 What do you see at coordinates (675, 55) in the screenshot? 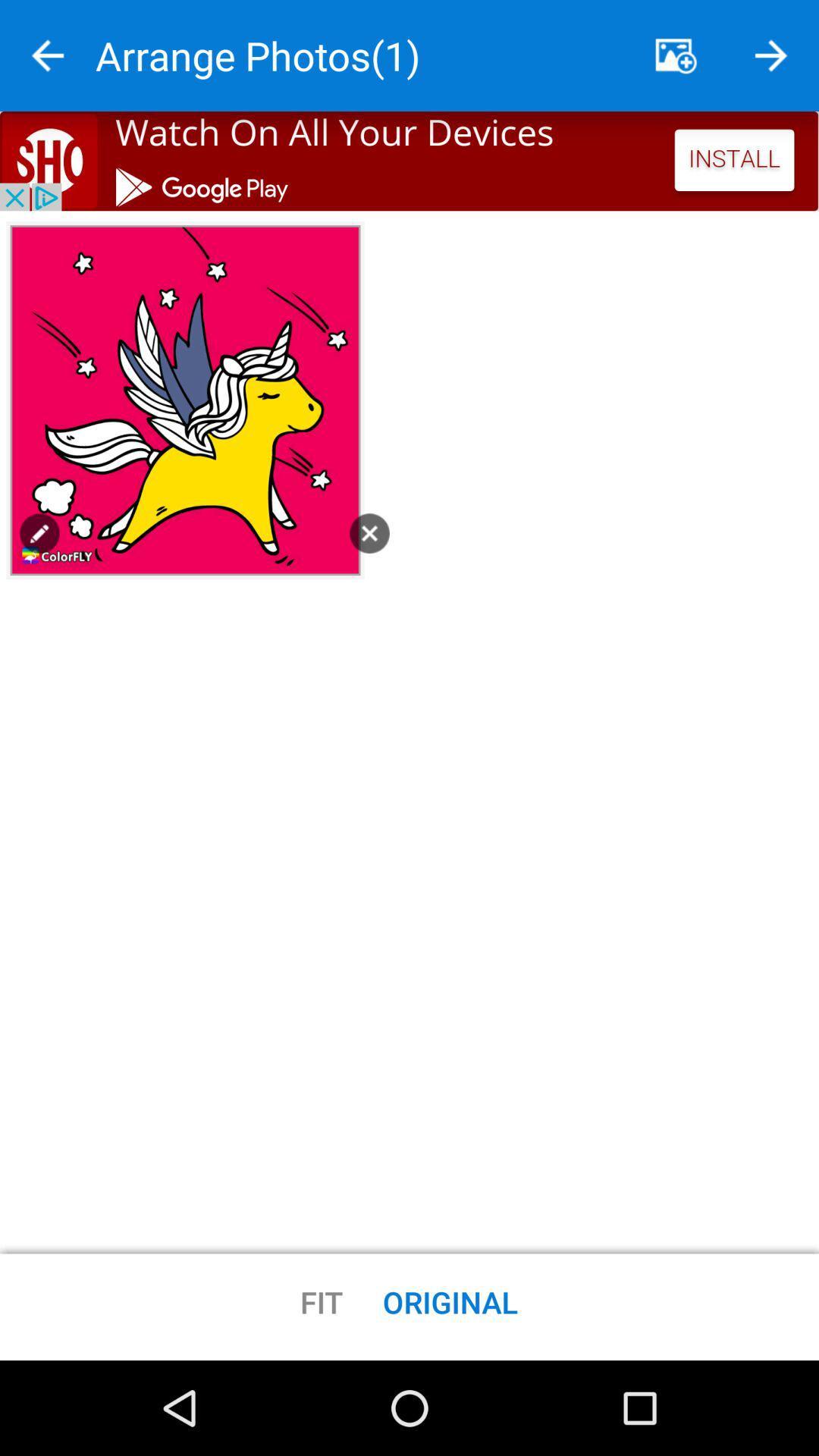
I see `pictures` at bounding box center [675, 55].